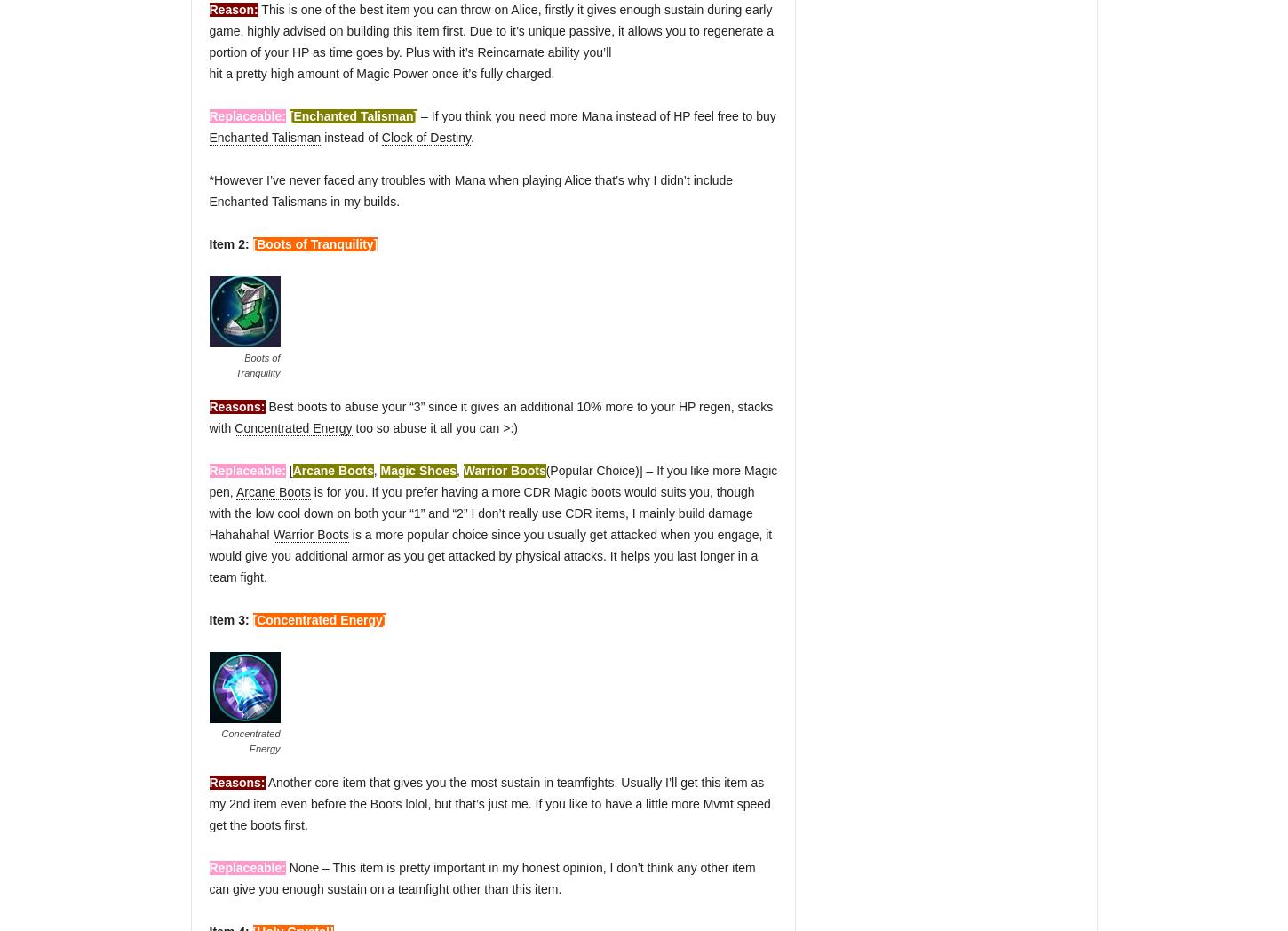 The height and width of the screenshot is (931, 1288). I want to click on 'hit a pretty high amount of Magic Power once it’s fully charged.', so click(208, 74).